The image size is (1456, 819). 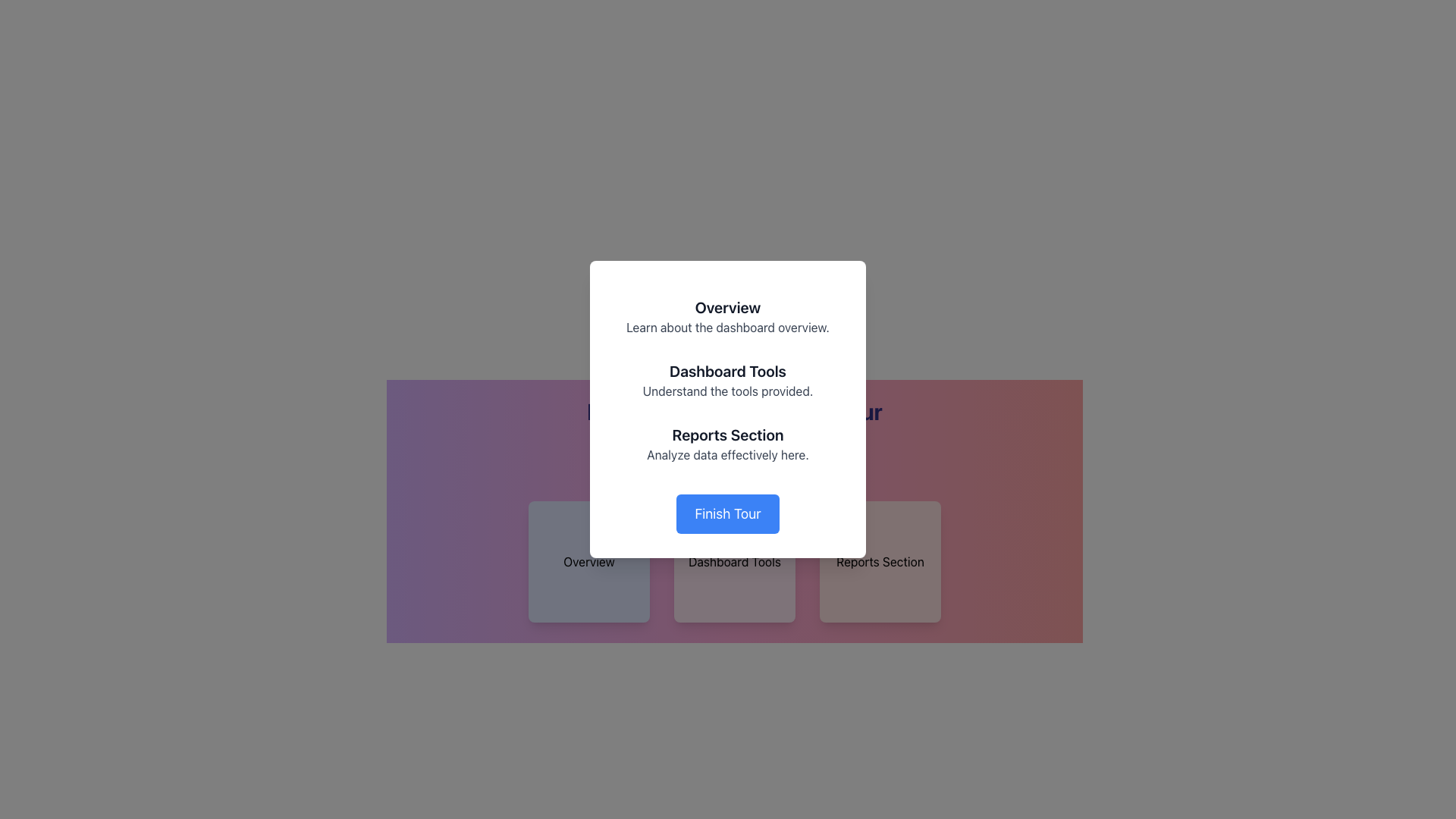 I want to click on the static text that reads 'Analyze data effectively here.' located below the 'Reports Section' heading to observe any potential tooltips or effects, so click(x=728, y=454).